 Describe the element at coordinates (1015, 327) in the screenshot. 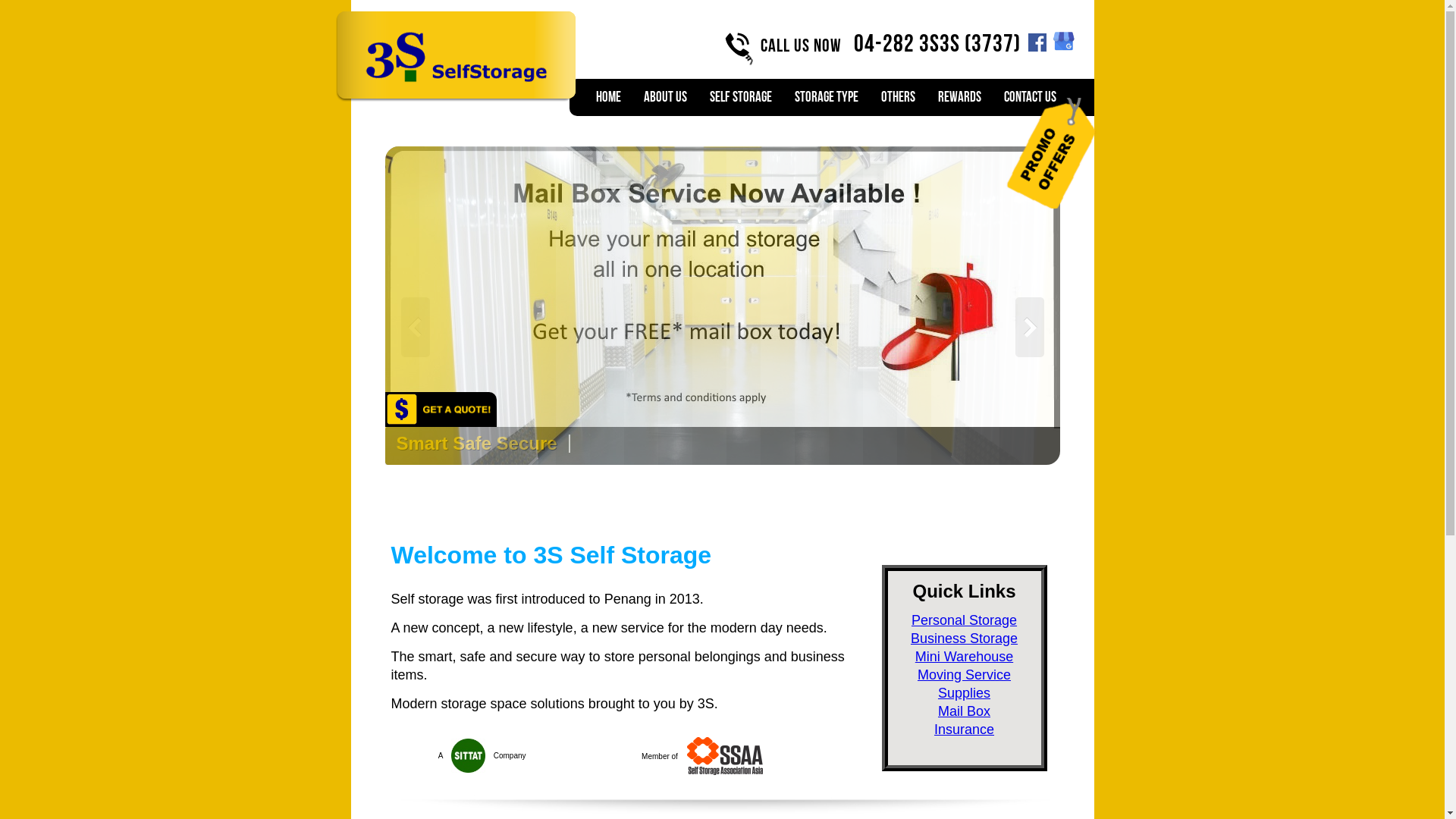

I see `'Prev'` at that location.